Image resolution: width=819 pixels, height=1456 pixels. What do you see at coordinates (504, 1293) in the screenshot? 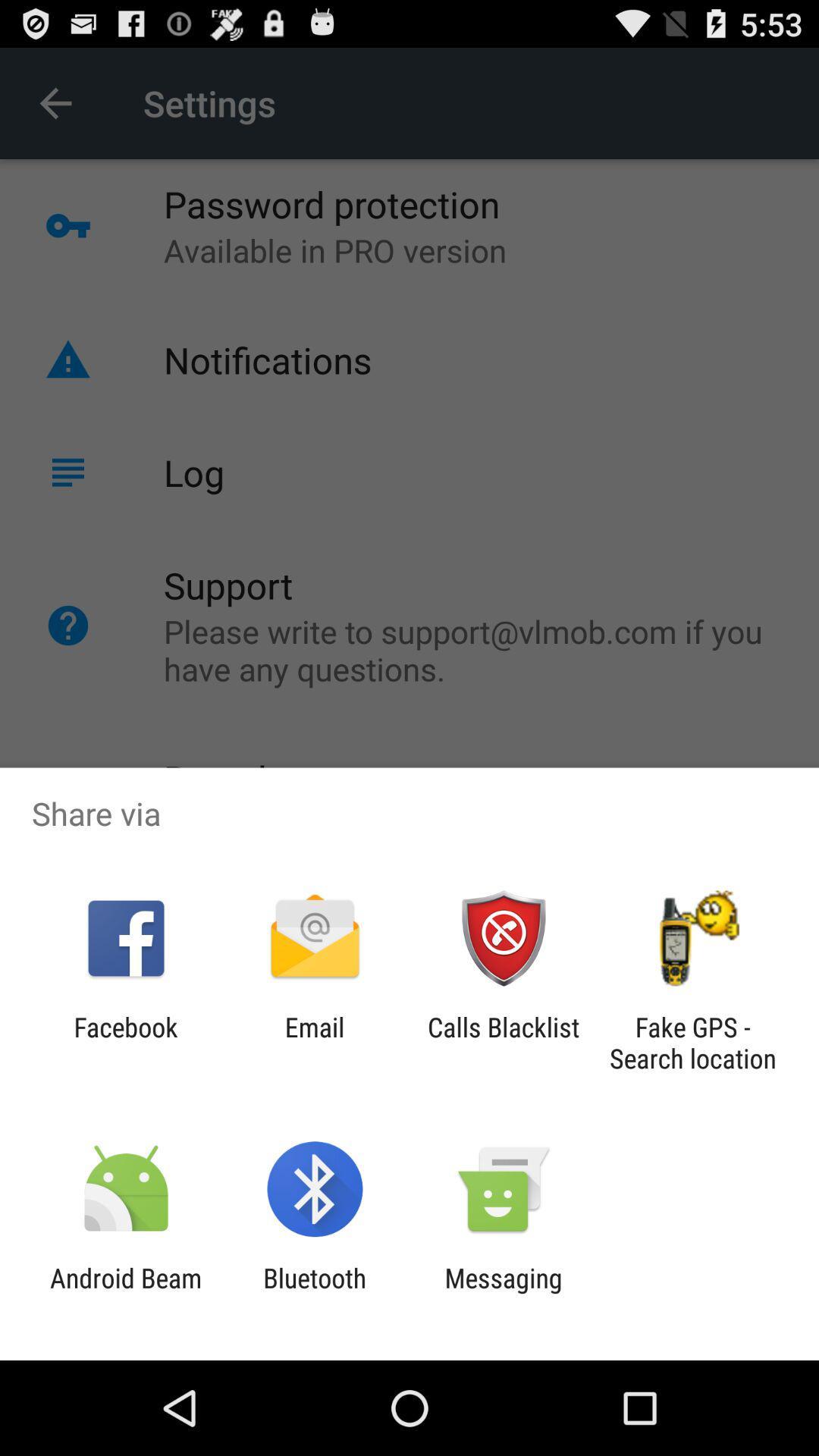
I see `app to the right of the bluetooth icon` at bounding box center [504, 1293].